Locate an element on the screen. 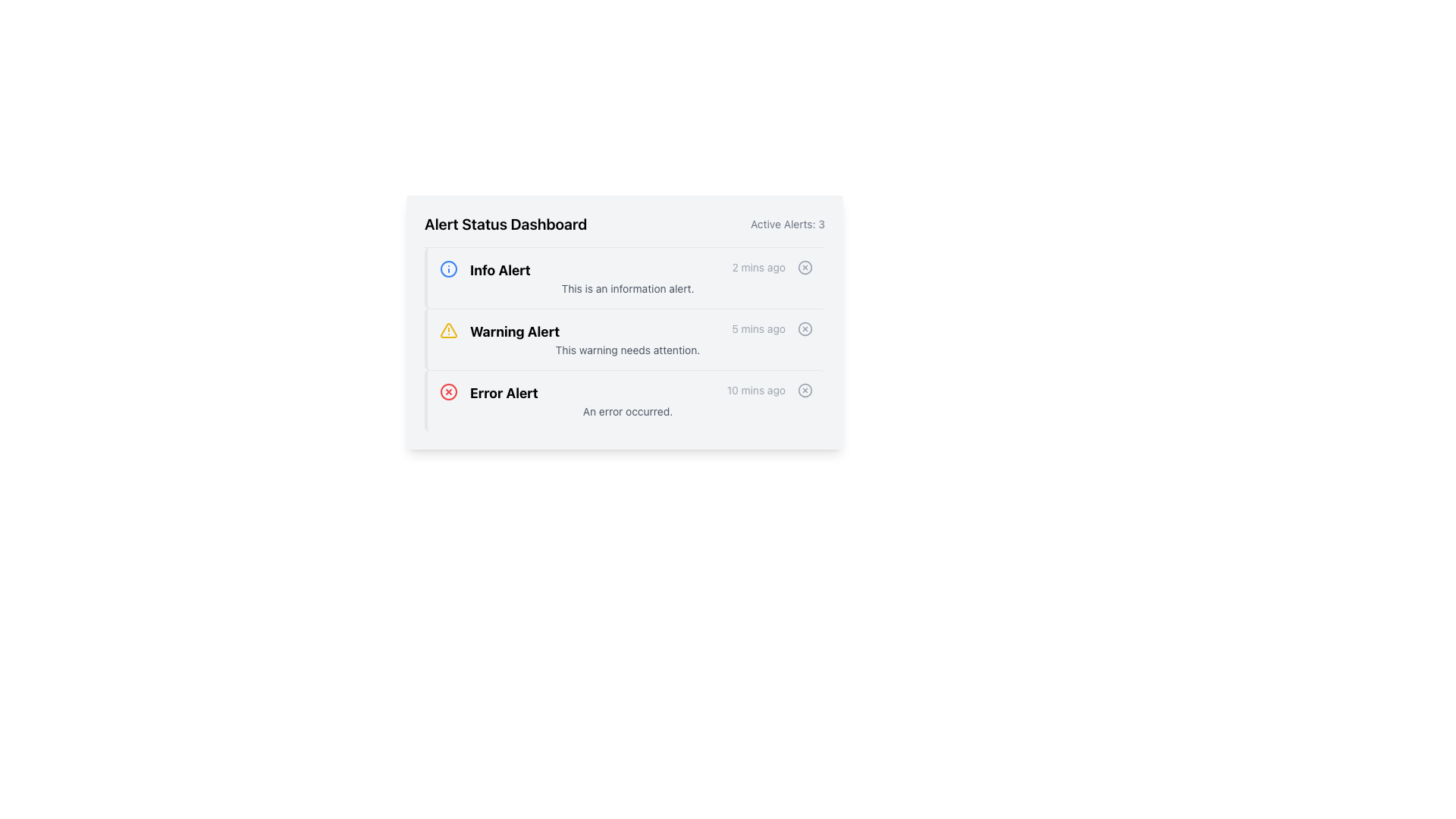  the non-interactive text label that provides clarifying information about the 'Info Alert', located below the 'Info Alert' text and above the horizontal separator line is located at coordinates (628, 289).